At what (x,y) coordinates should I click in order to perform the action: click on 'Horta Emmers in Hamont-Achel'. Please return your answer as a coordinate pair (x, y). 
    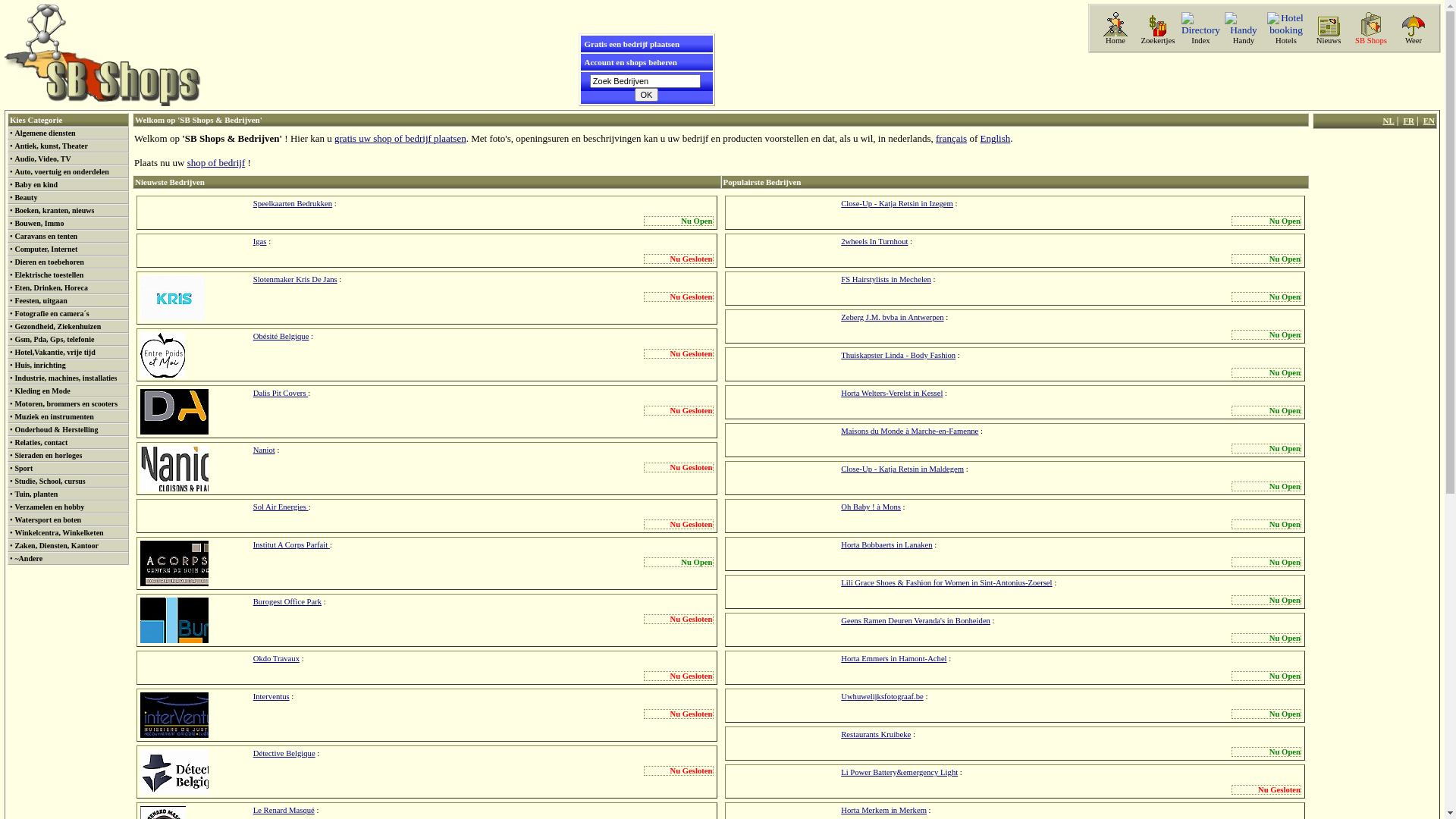
    Looking at the image, I should click on (893, 657).